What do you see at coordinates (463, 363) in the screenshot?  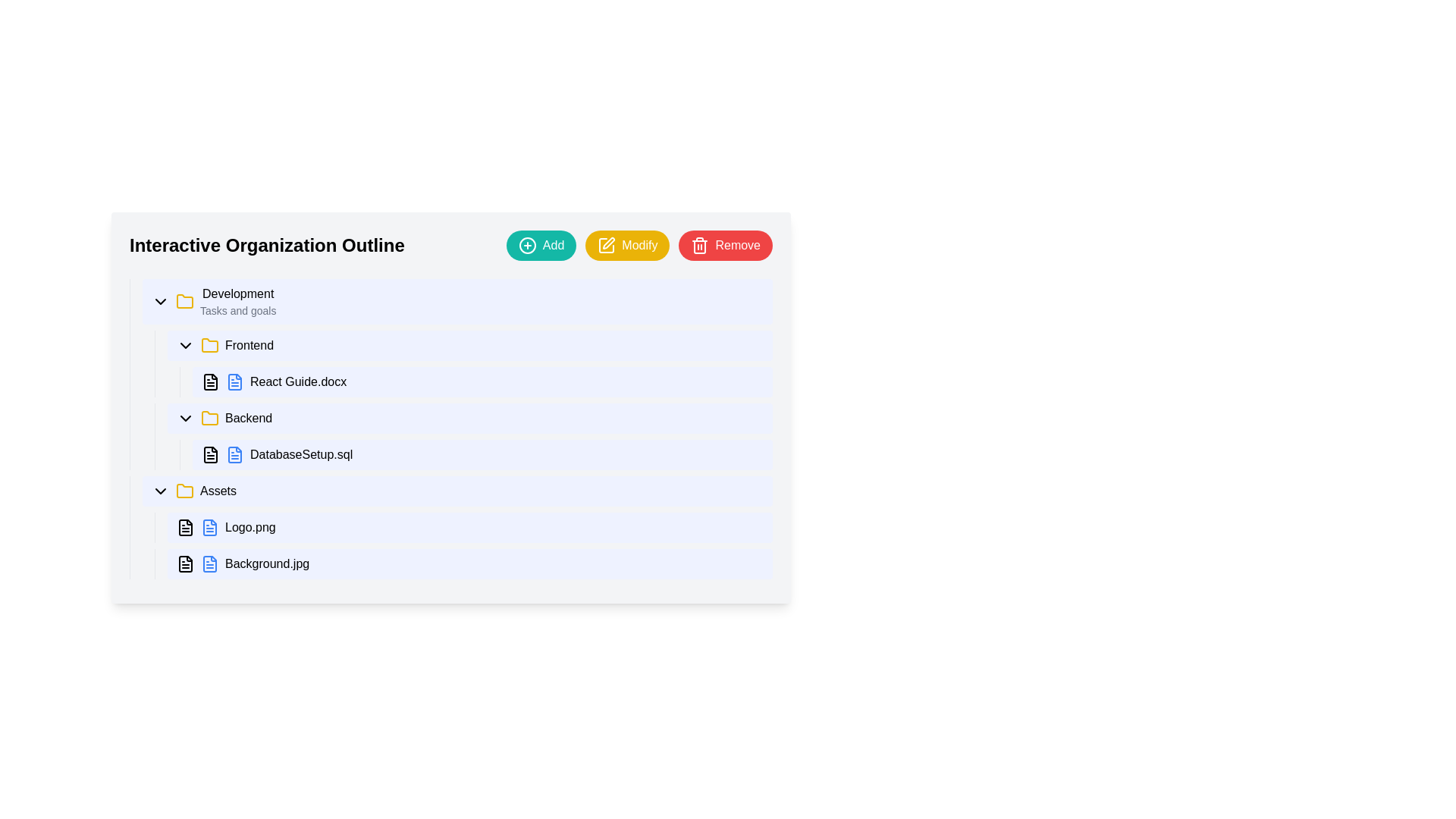 I see `the File entry labeled 'React Guide.docx' located under the 'Frontend' section` at bounding box center [463, 363].